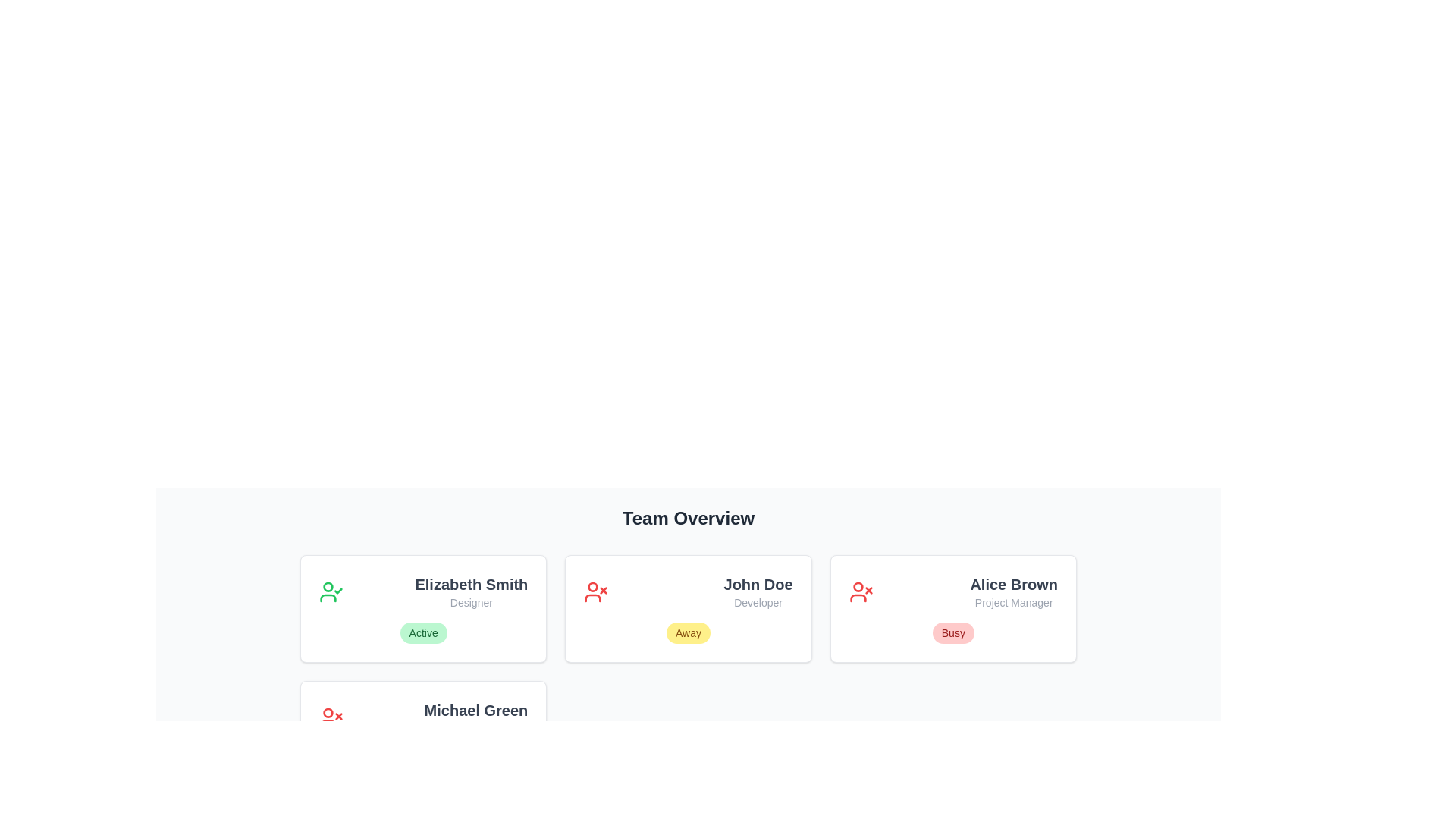 The image size is (1456, 819). What do you see at coordinates (470, 591) in the screenshot?
I see `the text display element containing the name 'Elizabeth Smith'` at bounding box center [470, 591].